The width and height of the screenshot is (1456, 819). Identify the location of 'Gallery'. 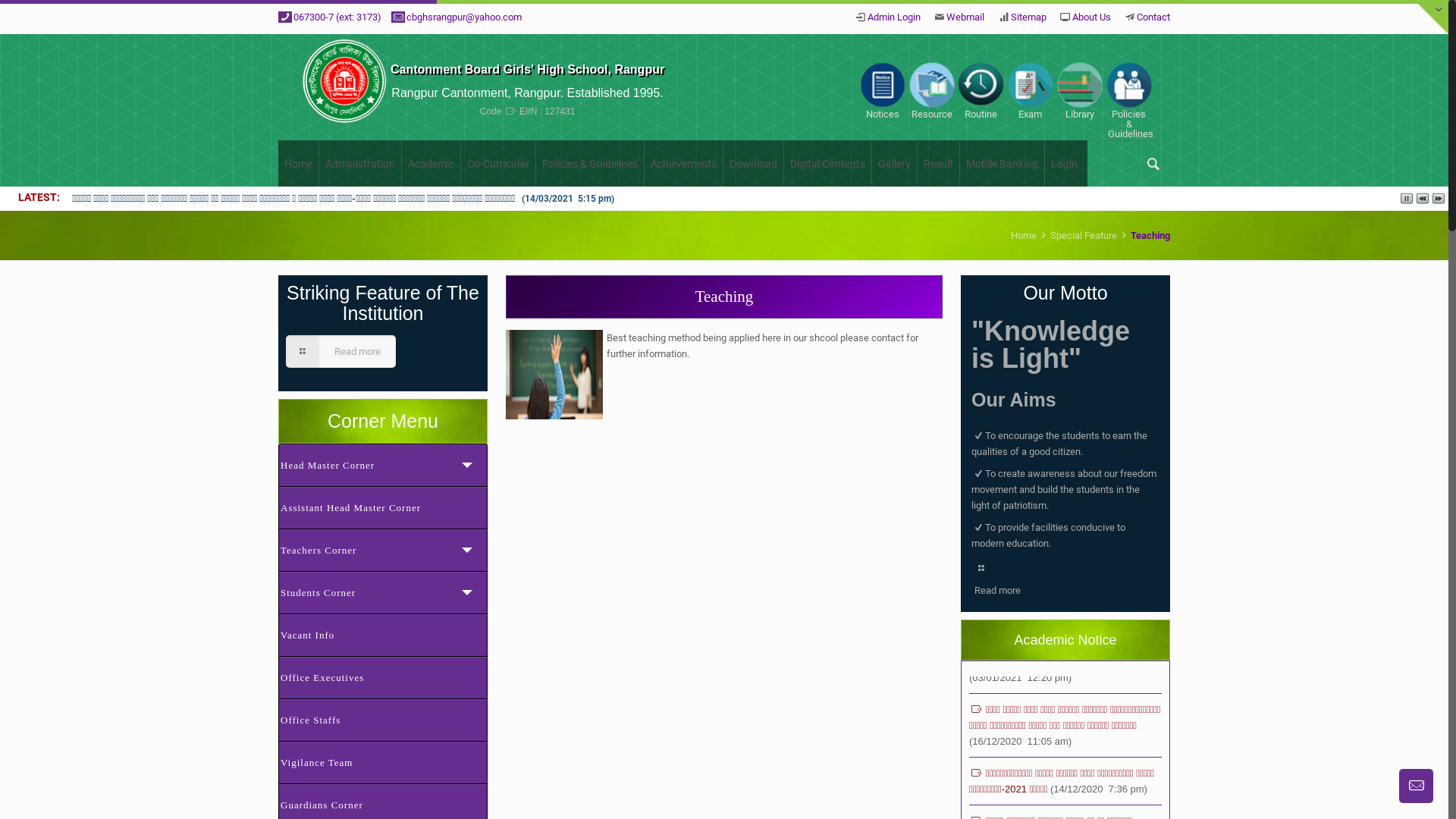
(872, 164).